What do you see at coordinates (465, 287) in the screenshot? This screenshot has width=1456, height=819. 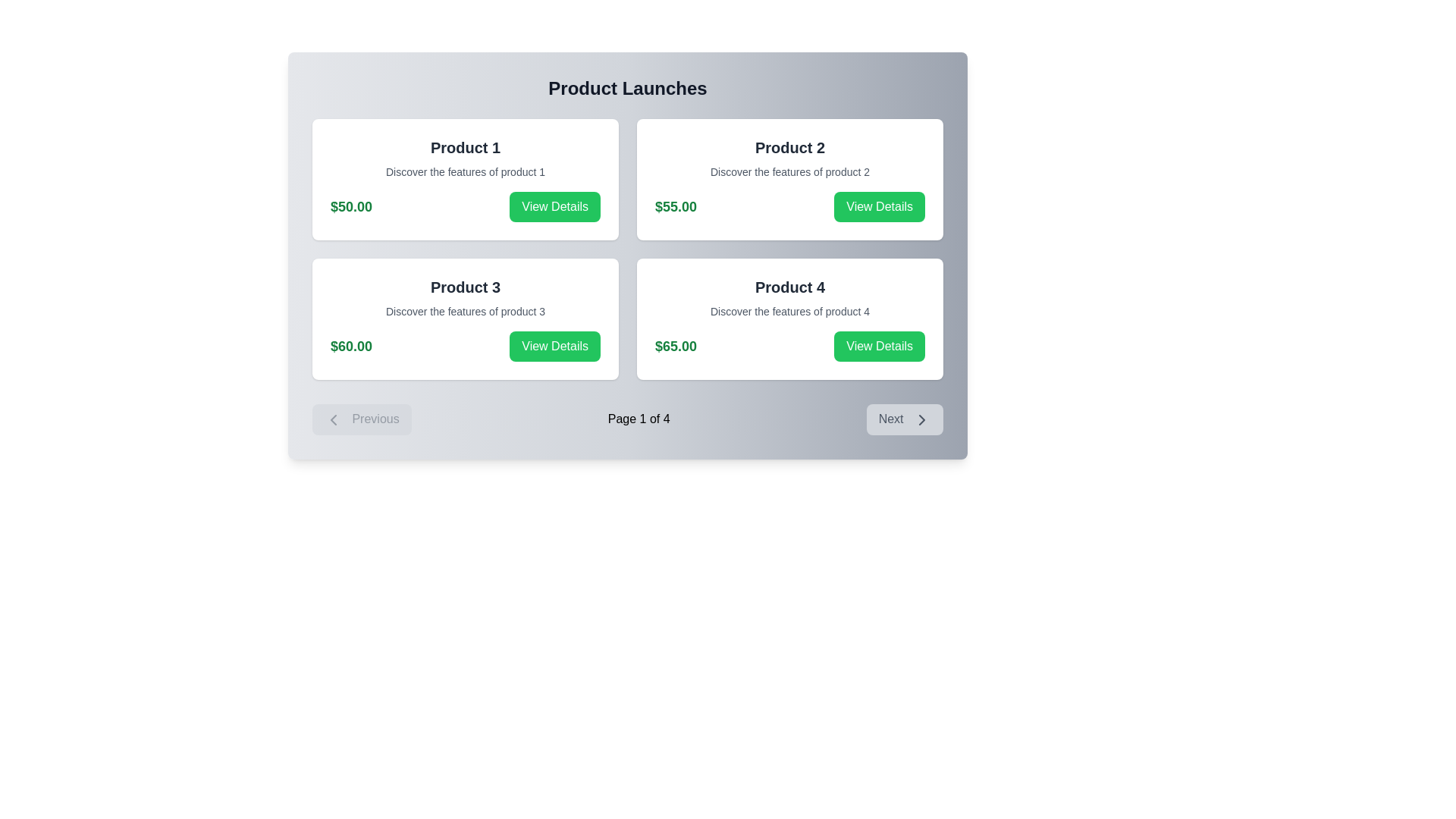 I see `the 'Product 3' text label, which is a bold, dark gray text element positioned in the lower-left content box of the grid layout` at bounding box center [465, 287].